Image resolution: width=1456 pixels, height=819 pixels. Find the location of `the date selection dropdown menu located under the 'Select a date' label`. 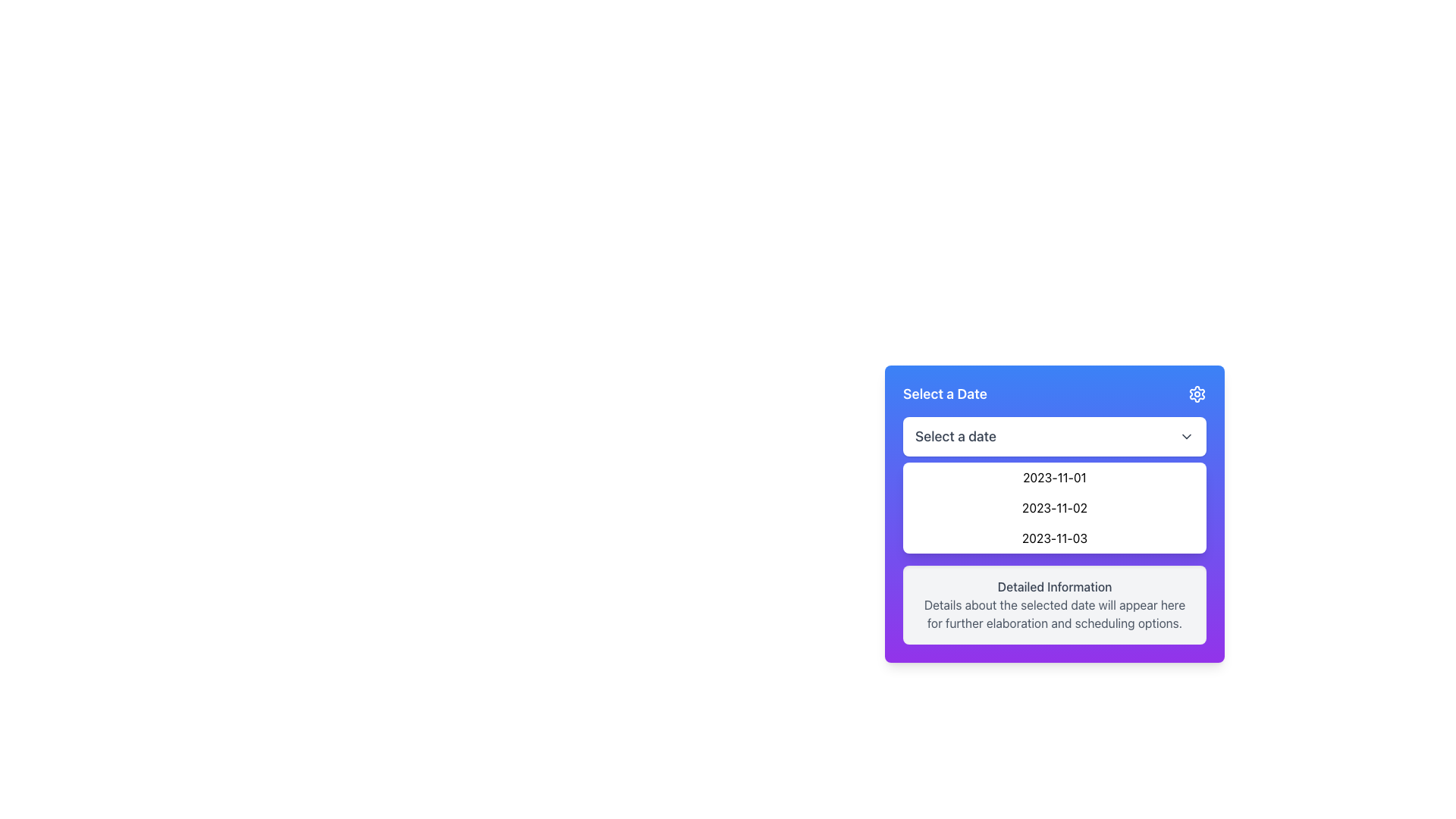

the date selection dropdown menu located under the 'Select a date' label is located at coordinates (1054, 508).